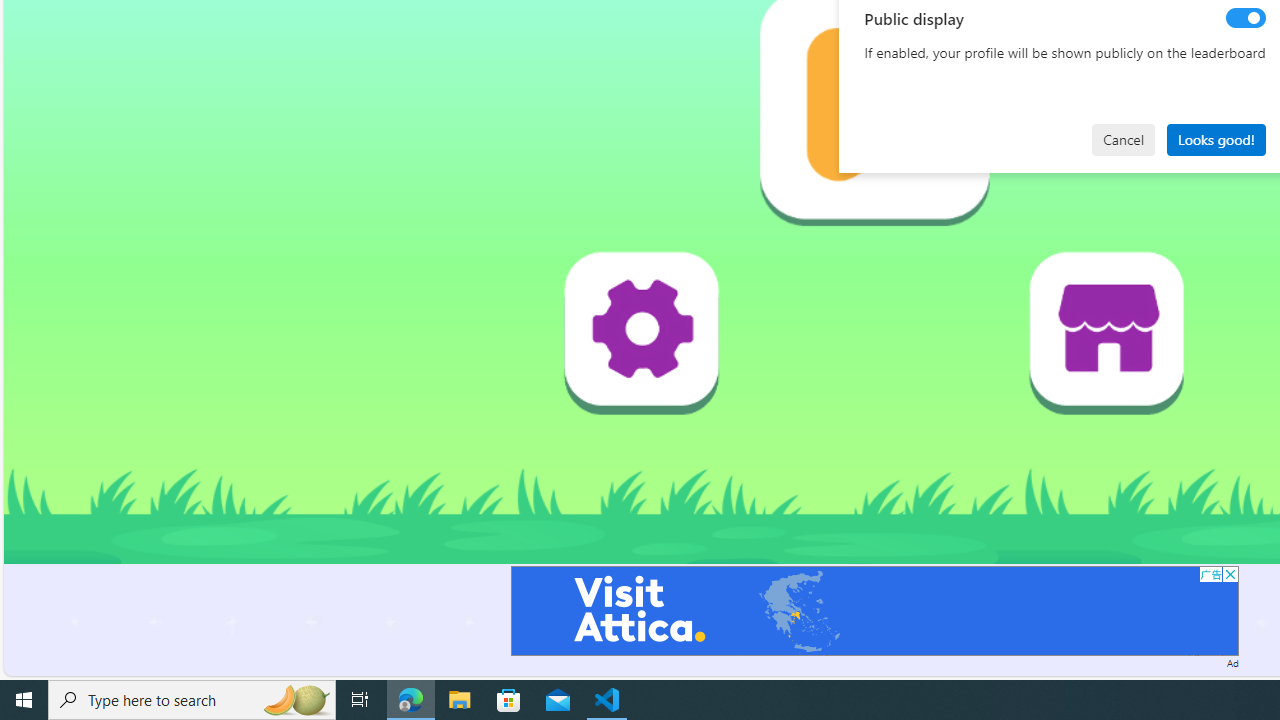 This screenshot has width=1280, height=720. I want to click on 'AutomationID: cbb', so click(1229, 574).